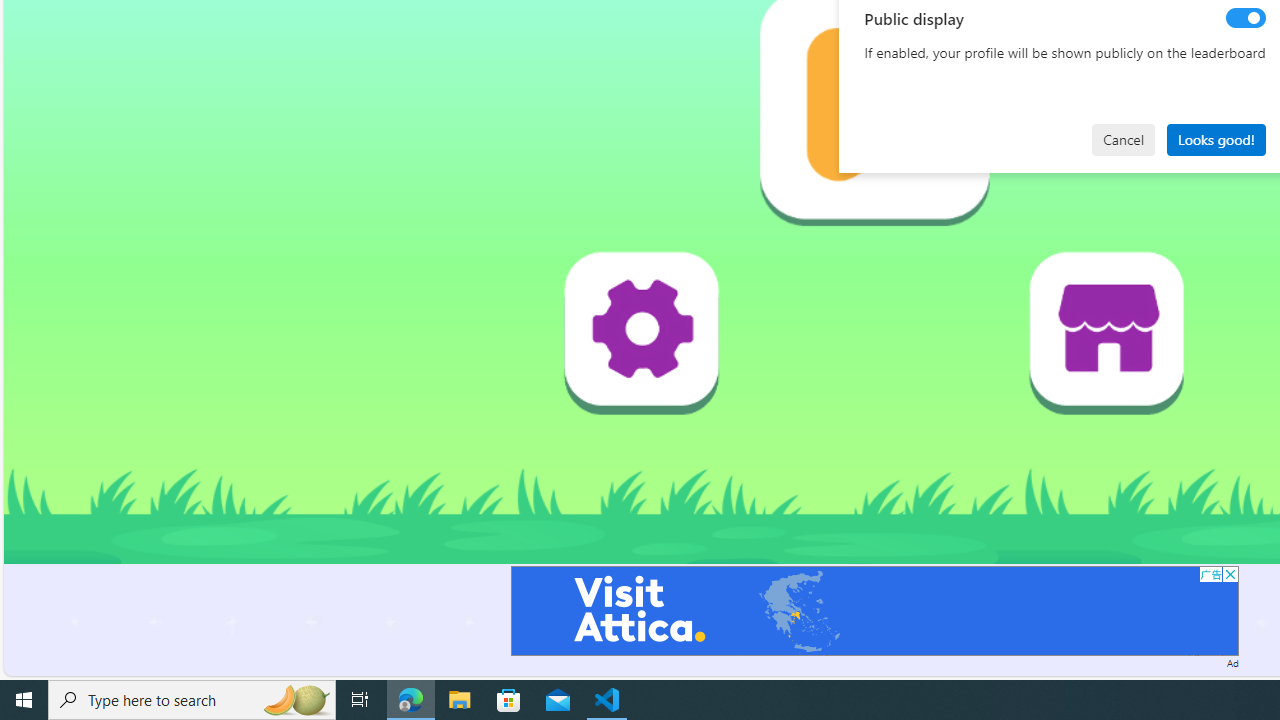 This screenshot has width=1280, height=720. I want to click on 'AutomationID: cbb', so click(1229, 574).